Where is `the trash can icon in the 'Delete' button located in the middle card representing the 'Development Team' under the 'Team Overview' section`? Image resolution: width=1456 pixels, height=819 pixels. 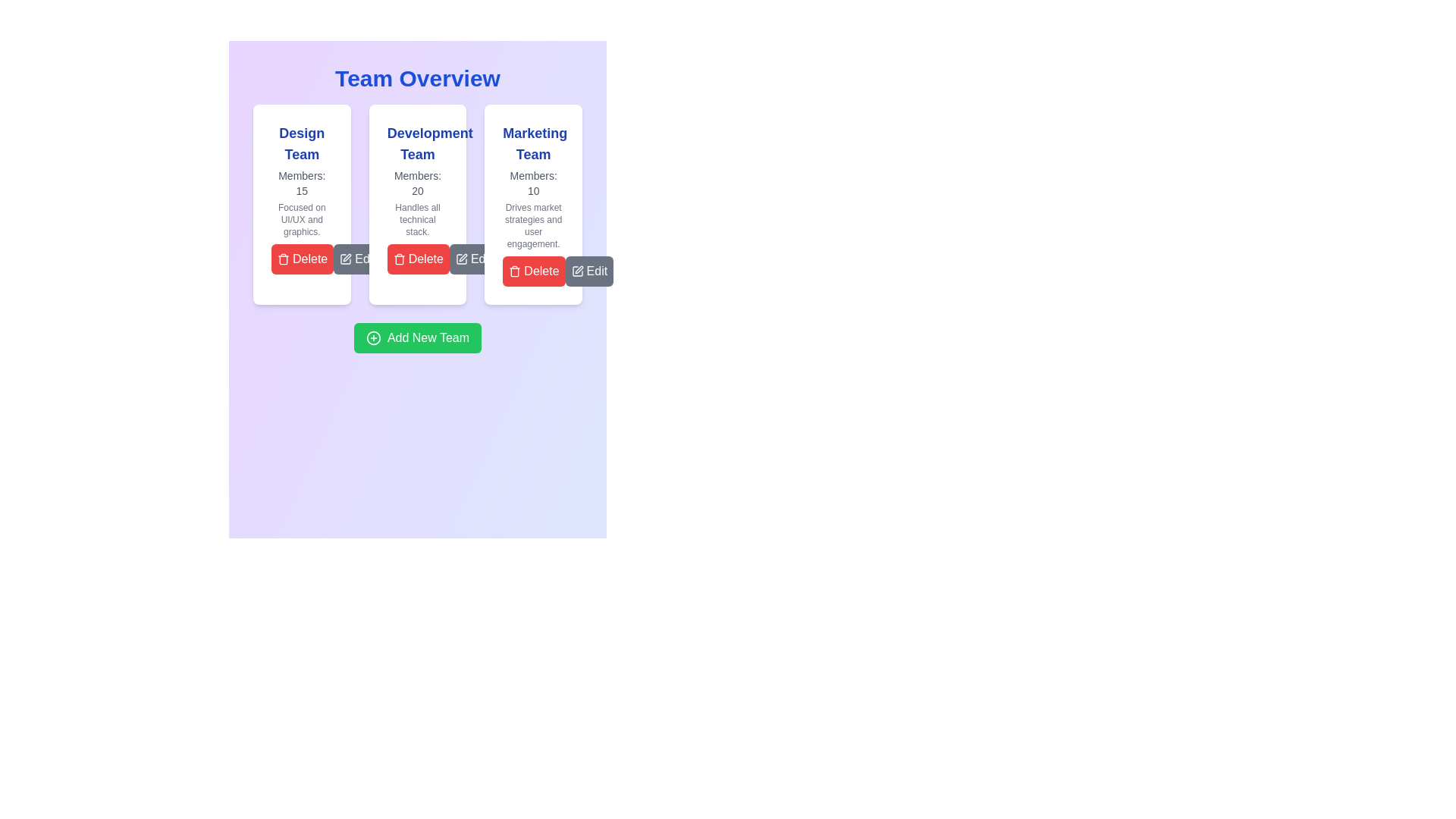
the trash can icon in the 'Delete' button located in the middle card representing the 'Development Team' under the 'Team Overview' section is located at coordinates (399, 259).